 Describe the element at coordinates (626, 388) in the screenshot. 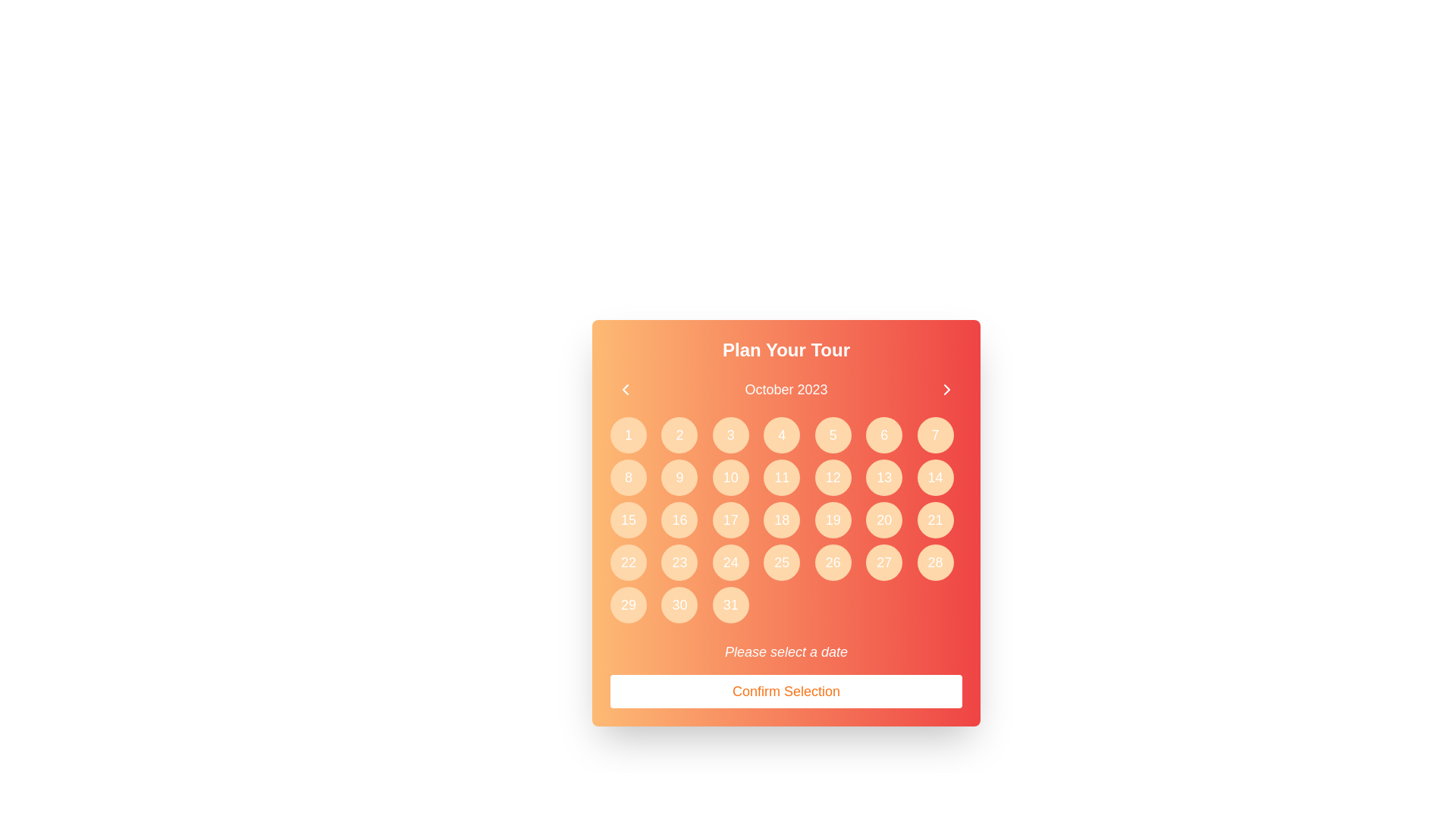

I see `the button on the left side of the header section of the calendar interface` at that location.